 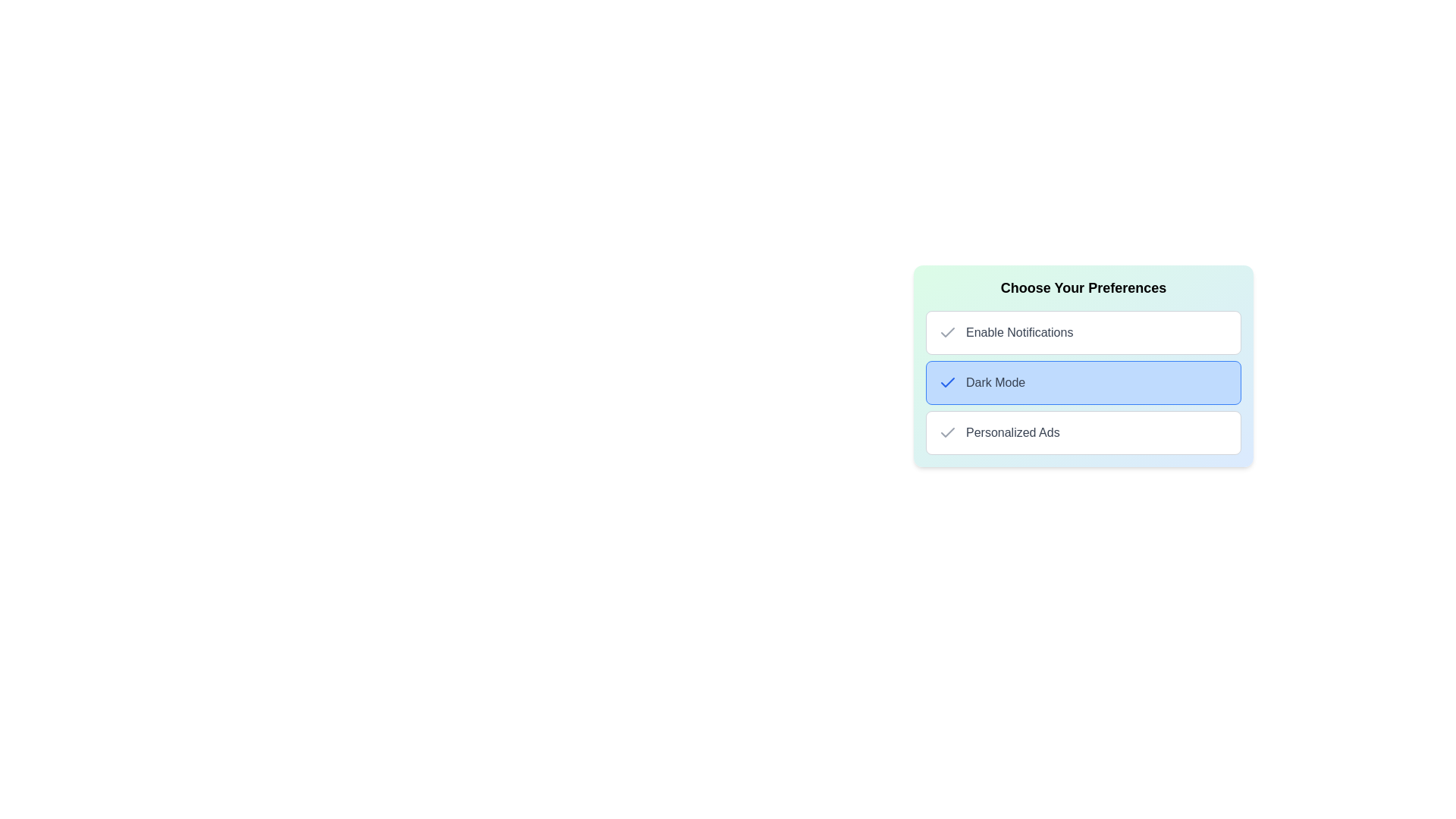 I want to click on the 'Enable Notifications' label, which is a gray textual label adjacent to a checked state icon, located within a rectangular box in the first row of a list of optional features, so click(x=1019, y=332).